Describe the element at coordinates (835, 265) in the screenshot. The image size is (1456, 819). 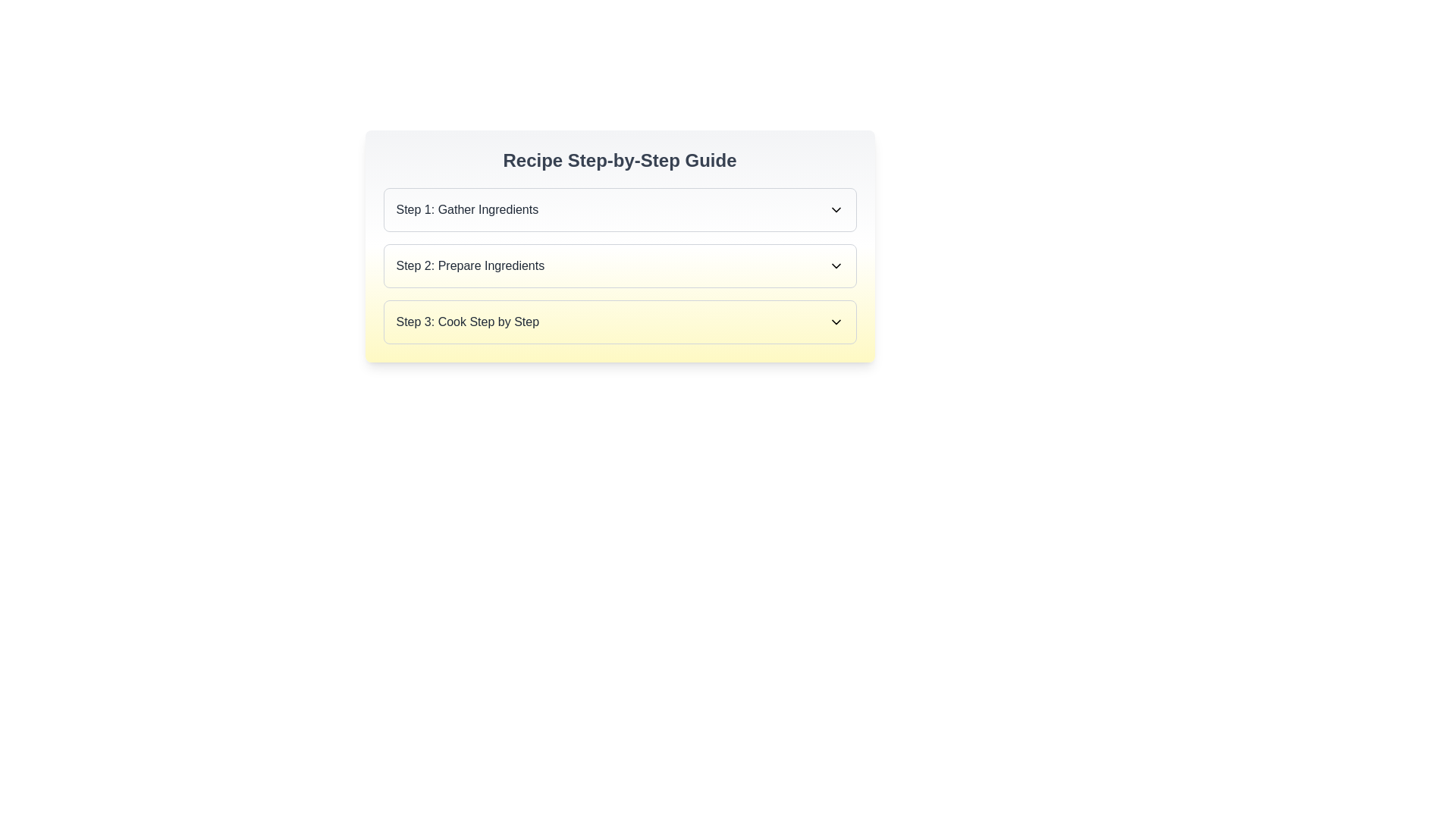
I see `the downwards-facing chevron icon with a thin black border located in the header labeled 'Step 2: Prepare Ingredients'` at that location.